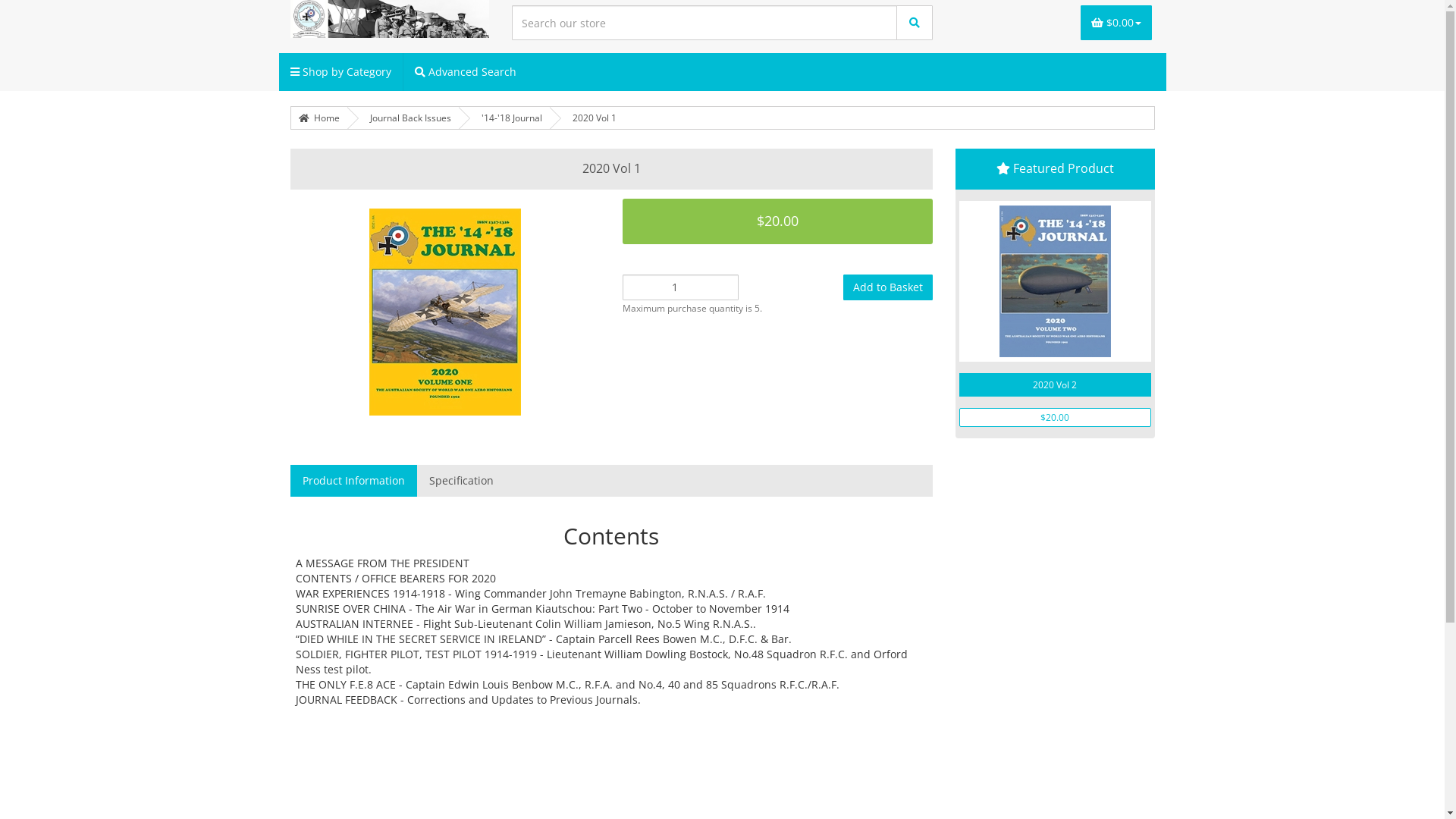  Describe the element at coordinates (290, 480) in the screenshot. I see `'Product Information'` at that location.